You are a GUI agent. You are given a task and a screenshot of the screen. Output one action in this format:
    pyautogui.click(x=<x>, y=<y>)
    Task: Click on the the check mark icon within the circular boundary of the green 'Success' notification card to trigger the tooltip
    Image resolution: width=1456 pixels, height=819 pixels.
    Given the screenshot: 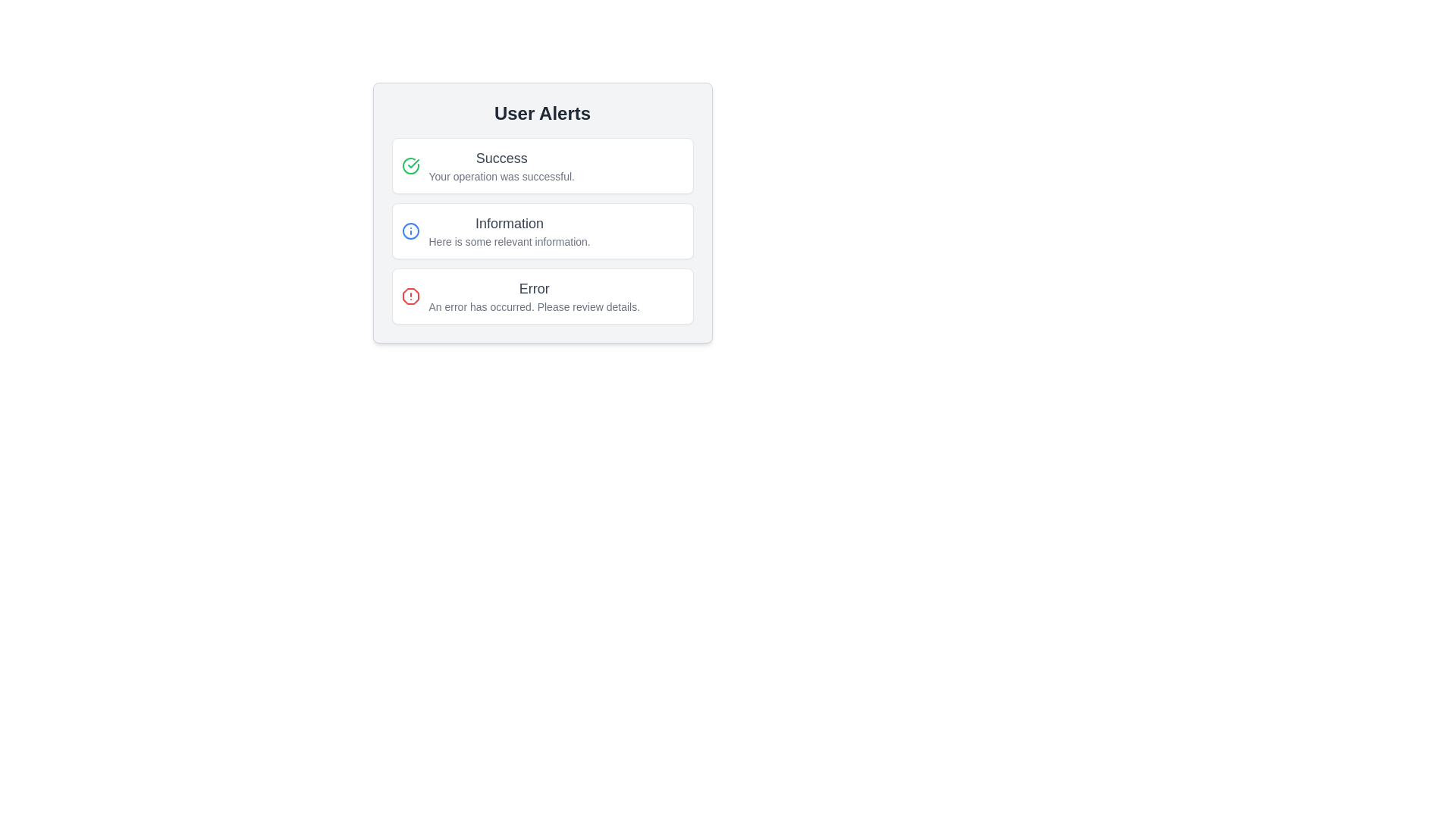 What is the action you would take?
    pyautogui.click(x=413, y=164)
    